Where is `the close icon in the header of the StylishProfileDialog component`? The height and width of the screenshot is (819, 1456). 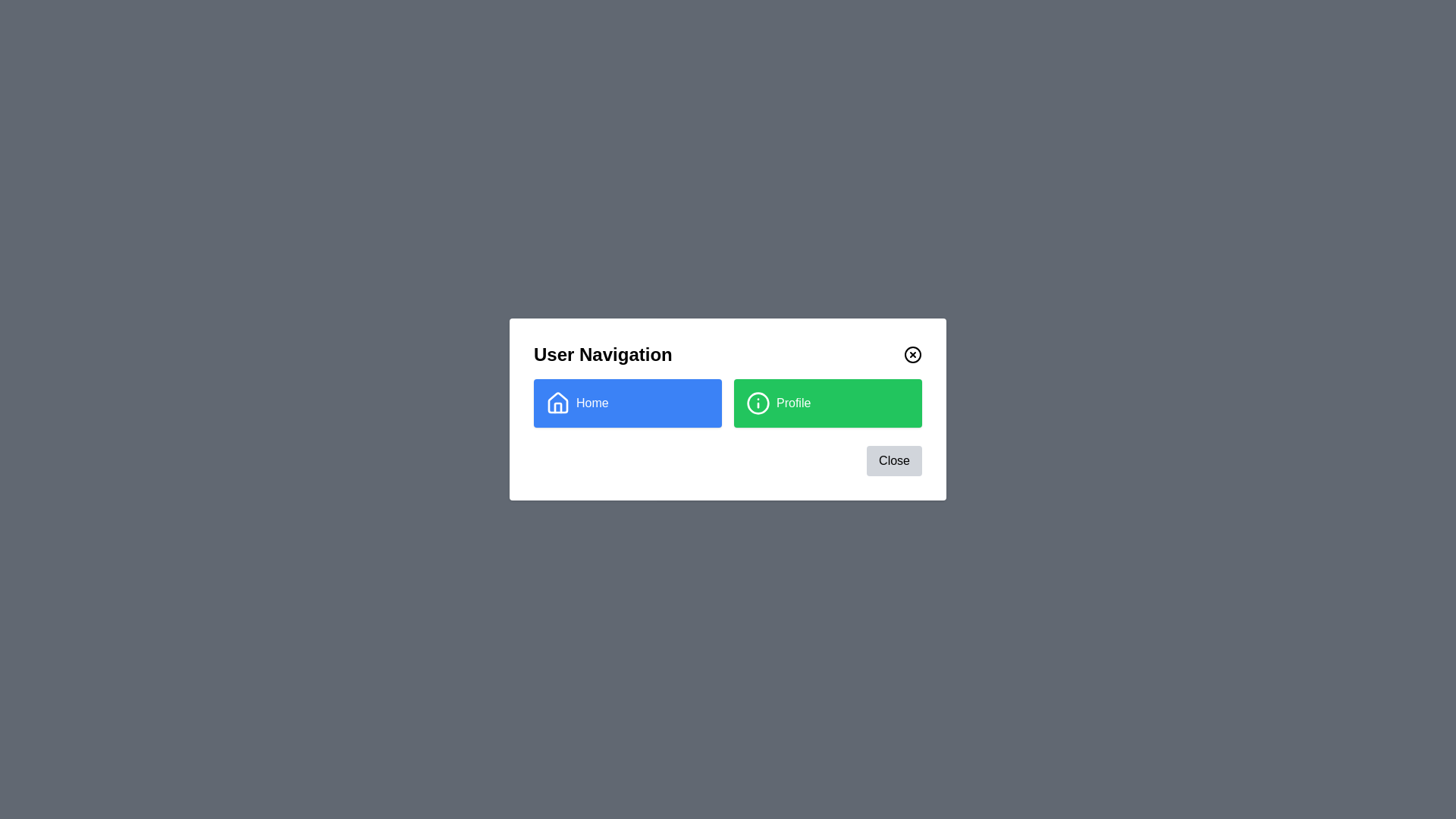 the close icon in the header of the StylishProfileDialog component is located at coordinates (912, 354).